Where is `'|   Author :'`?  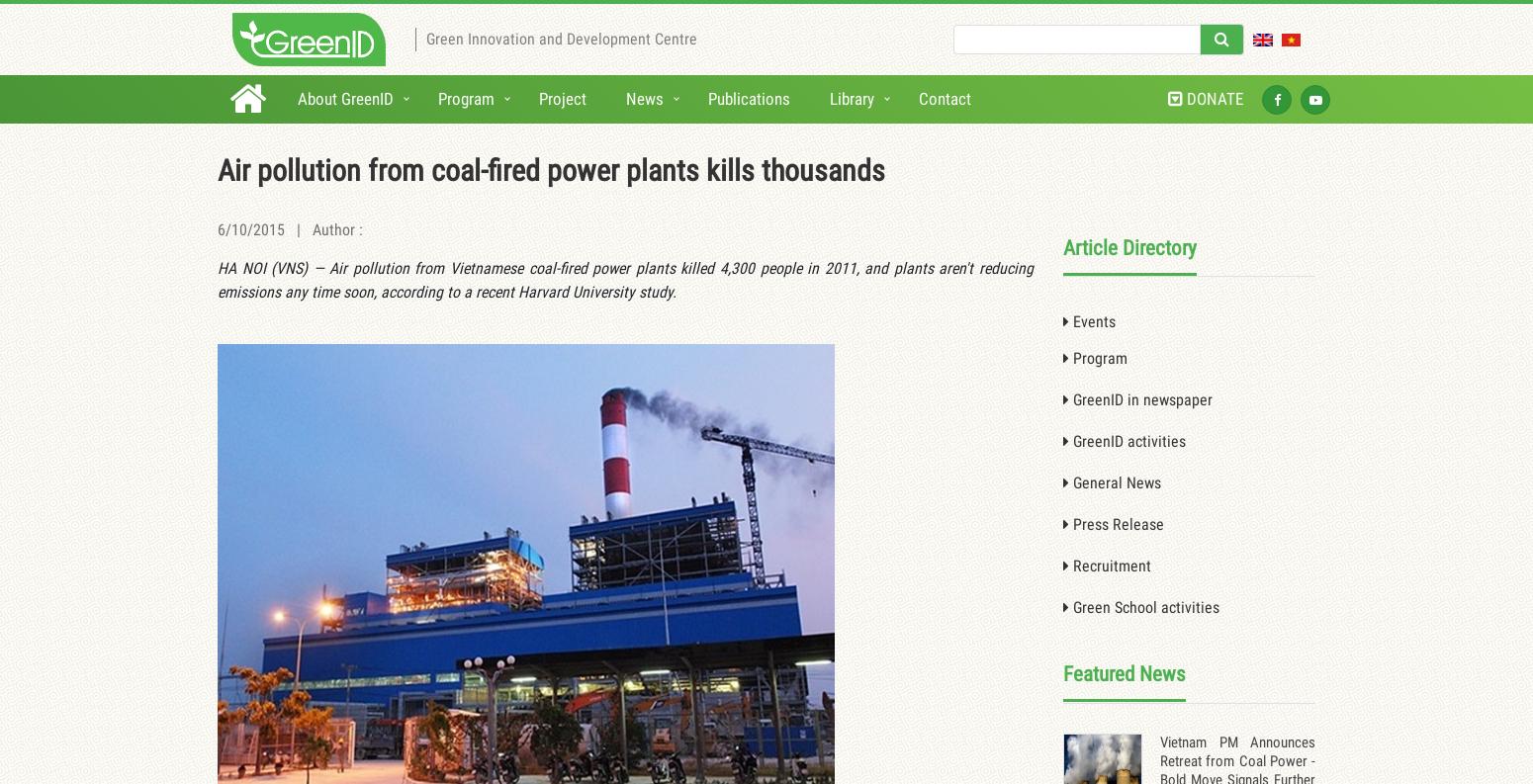 '|   Author :' is located at coordinates (322, 228).